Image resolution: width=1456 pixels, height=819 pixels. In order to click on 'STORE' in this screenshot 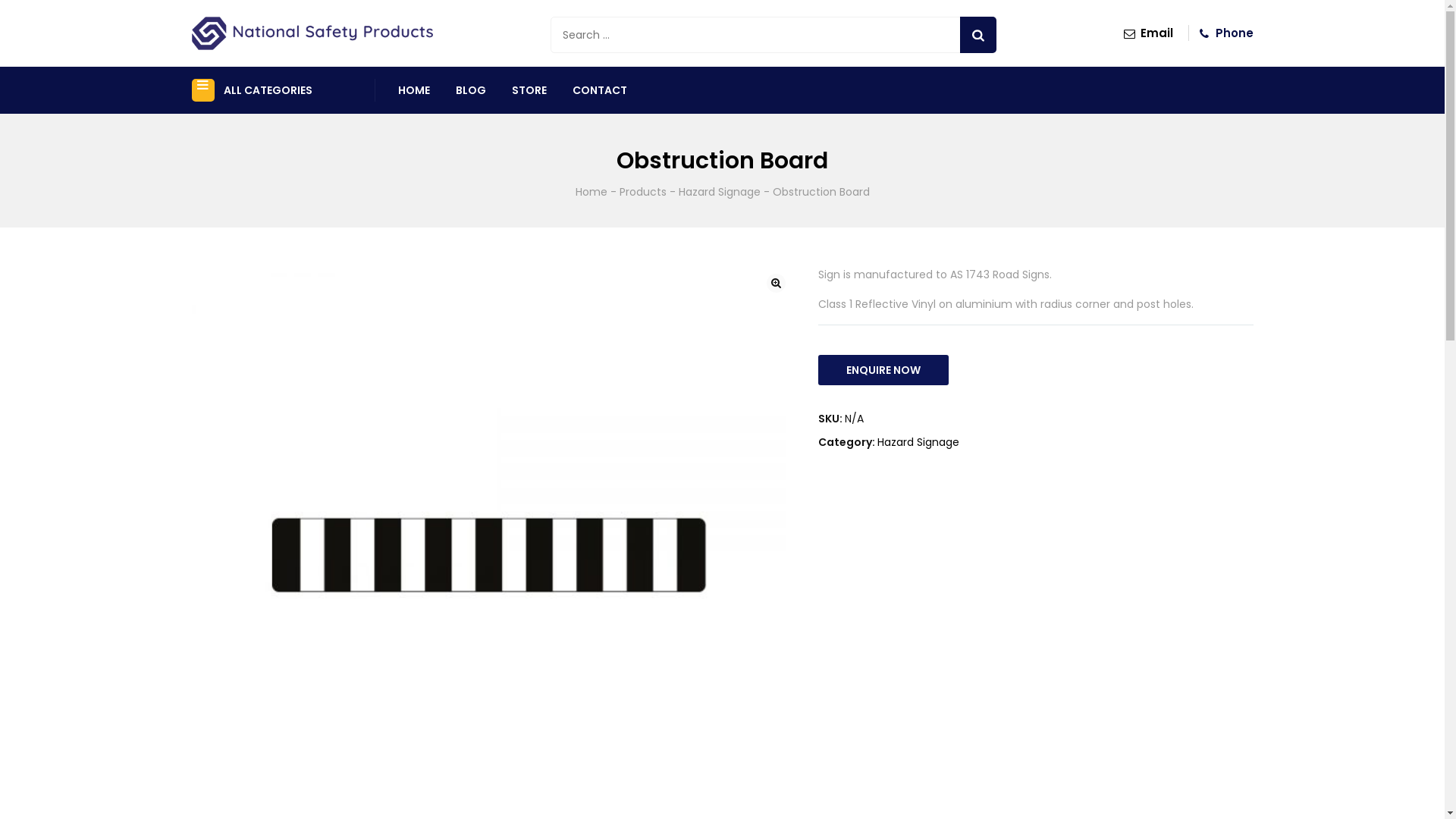, I will do `click(529, 90)`.